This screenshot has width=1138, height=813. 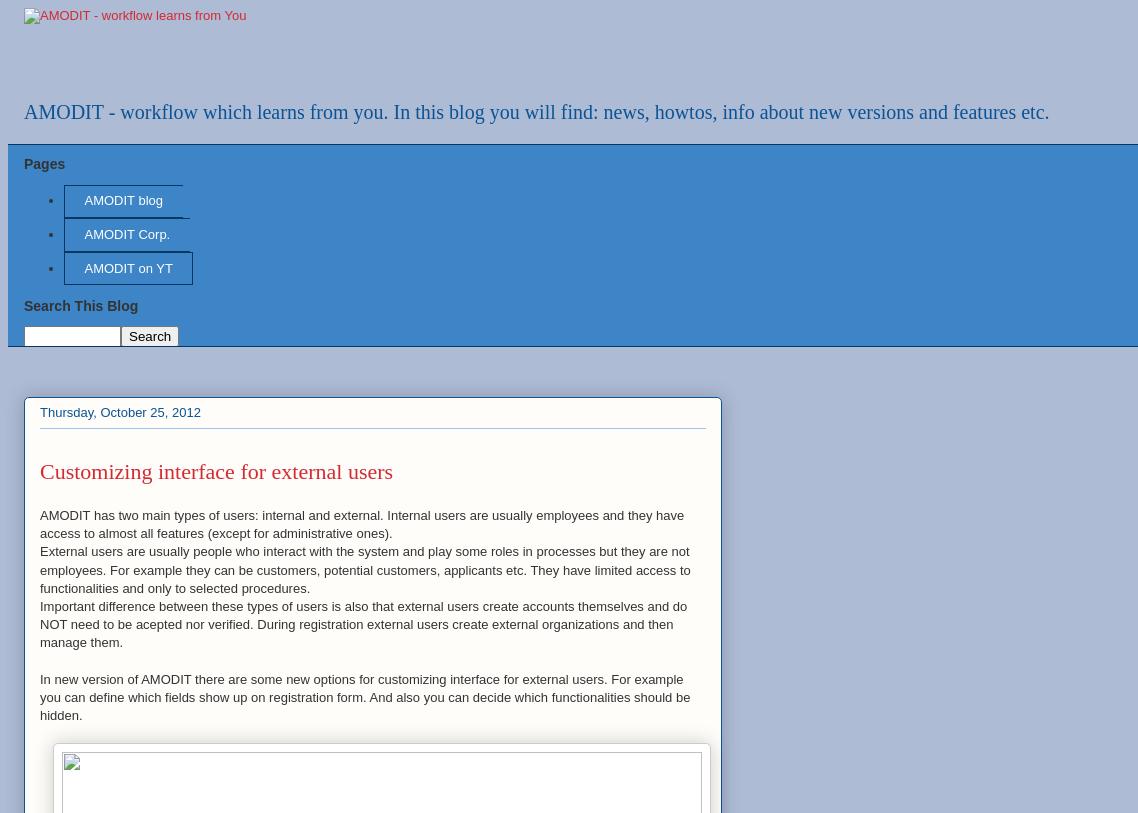 What do you see at coordinates (127, 233) in the screenshot?
I see `'AMODIT Corp.'` at bounding box center [127, 233].